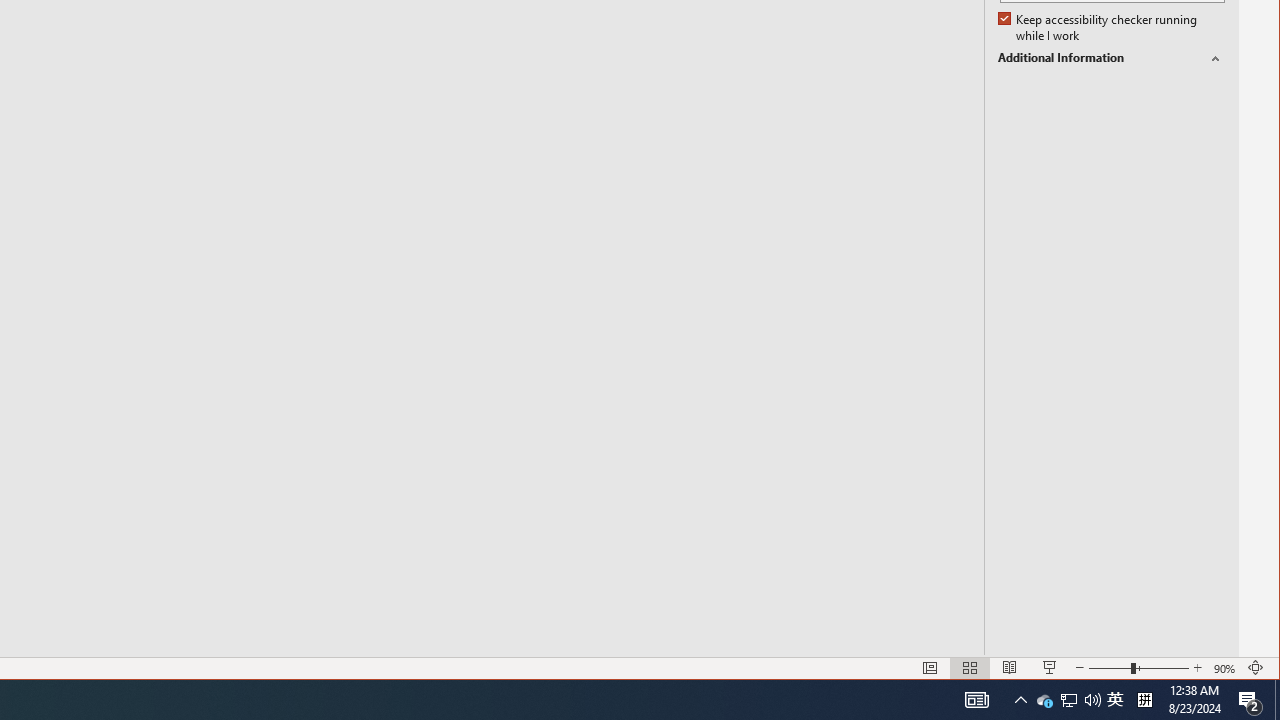 The width and height of the screenshot is (1280, 720). Describe the element at coordinates (1068, 698) in the screenshot. I see `'Notification Chevron'` at that location.